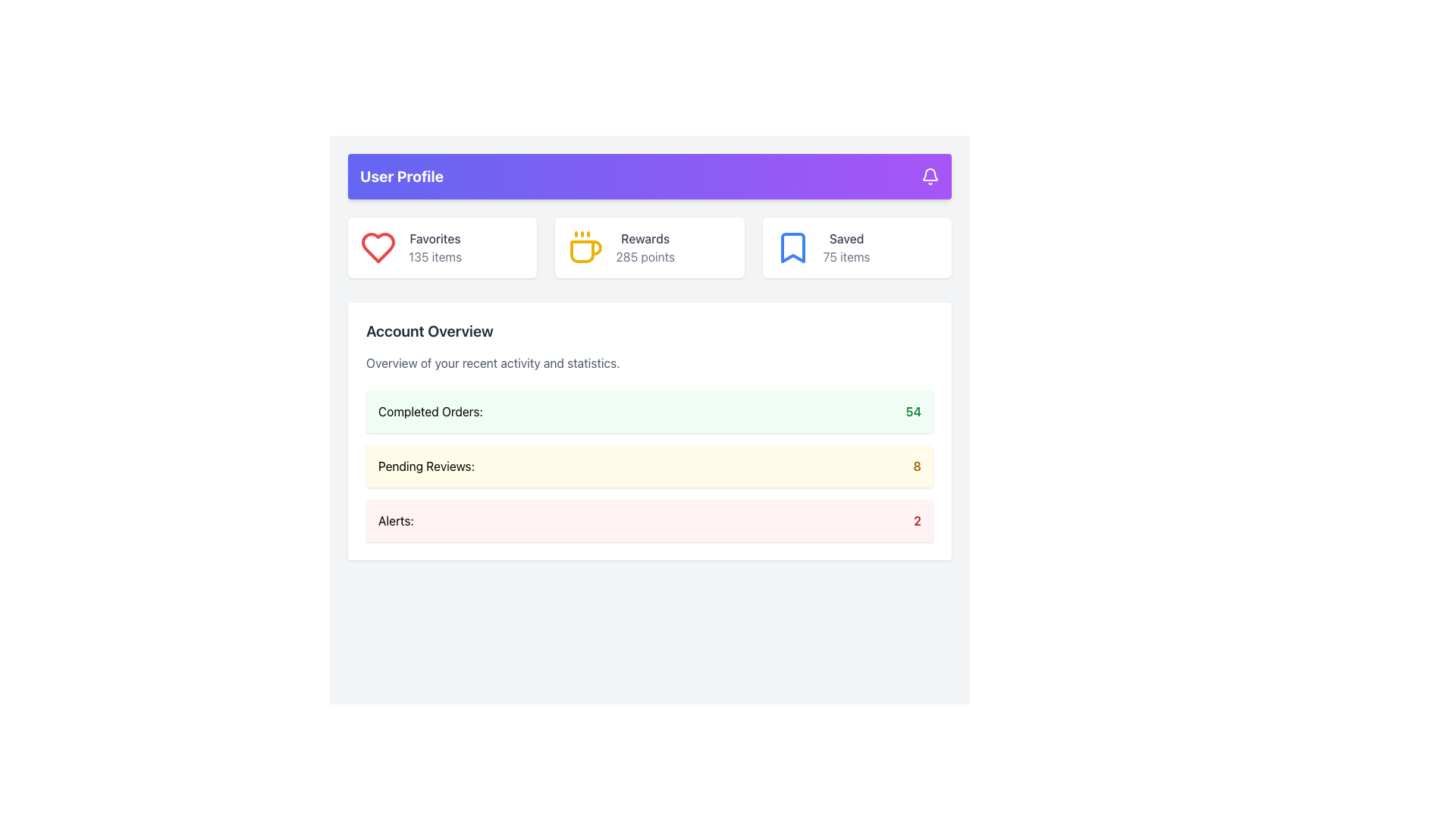 The width and height of the screenshot is (1456, 819). What do you see at coordinates (917, 519) in the screenshot?
I see `the static text displaying the numeral '2' in a bold red font, located in the 'Alerts:' row of the 'Account Overview' panel` at bounding box center [917, 519].